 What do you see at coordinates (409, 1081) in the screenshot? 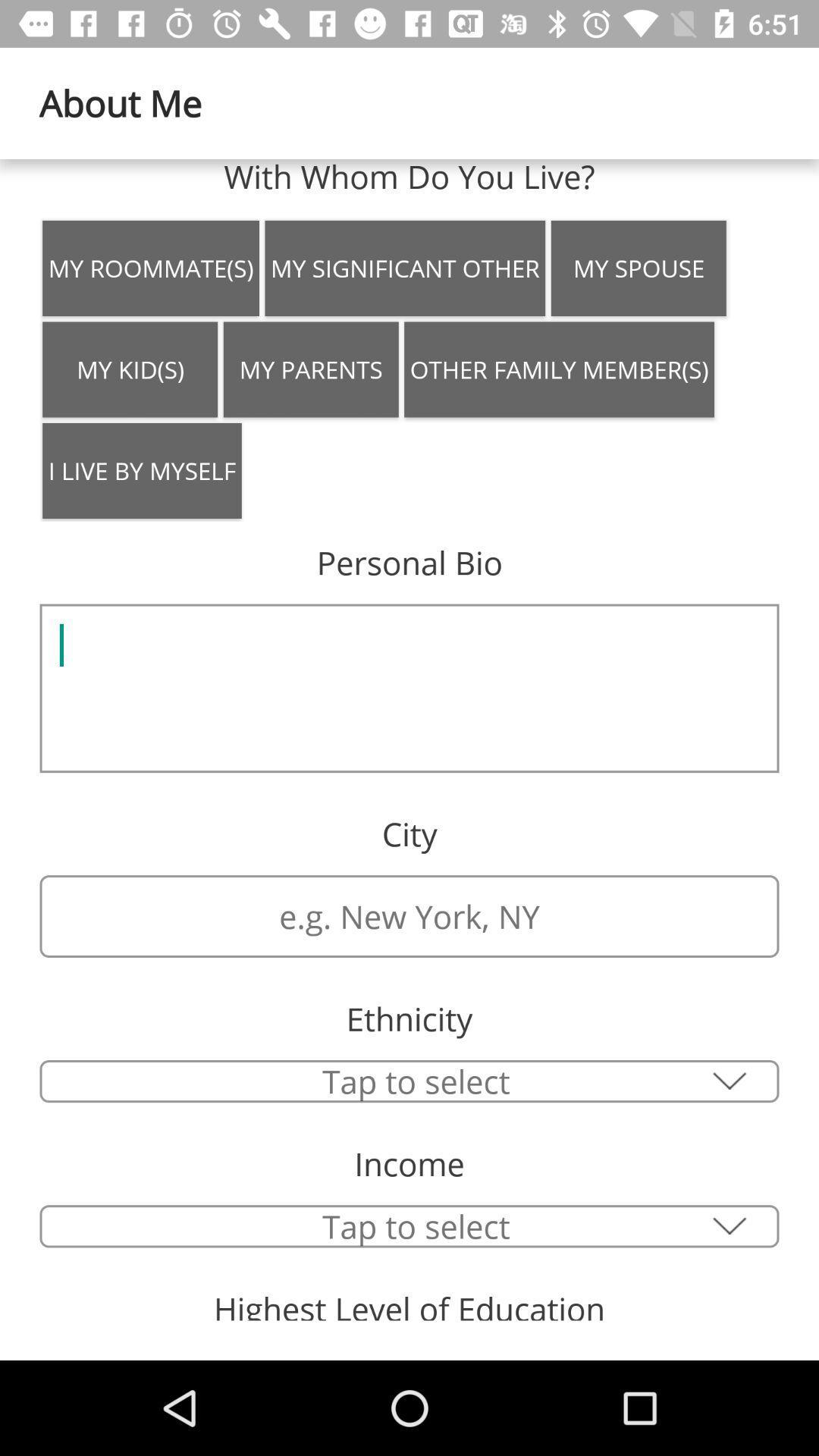
I see `tap to select option` at bounding box center [409, 1081].